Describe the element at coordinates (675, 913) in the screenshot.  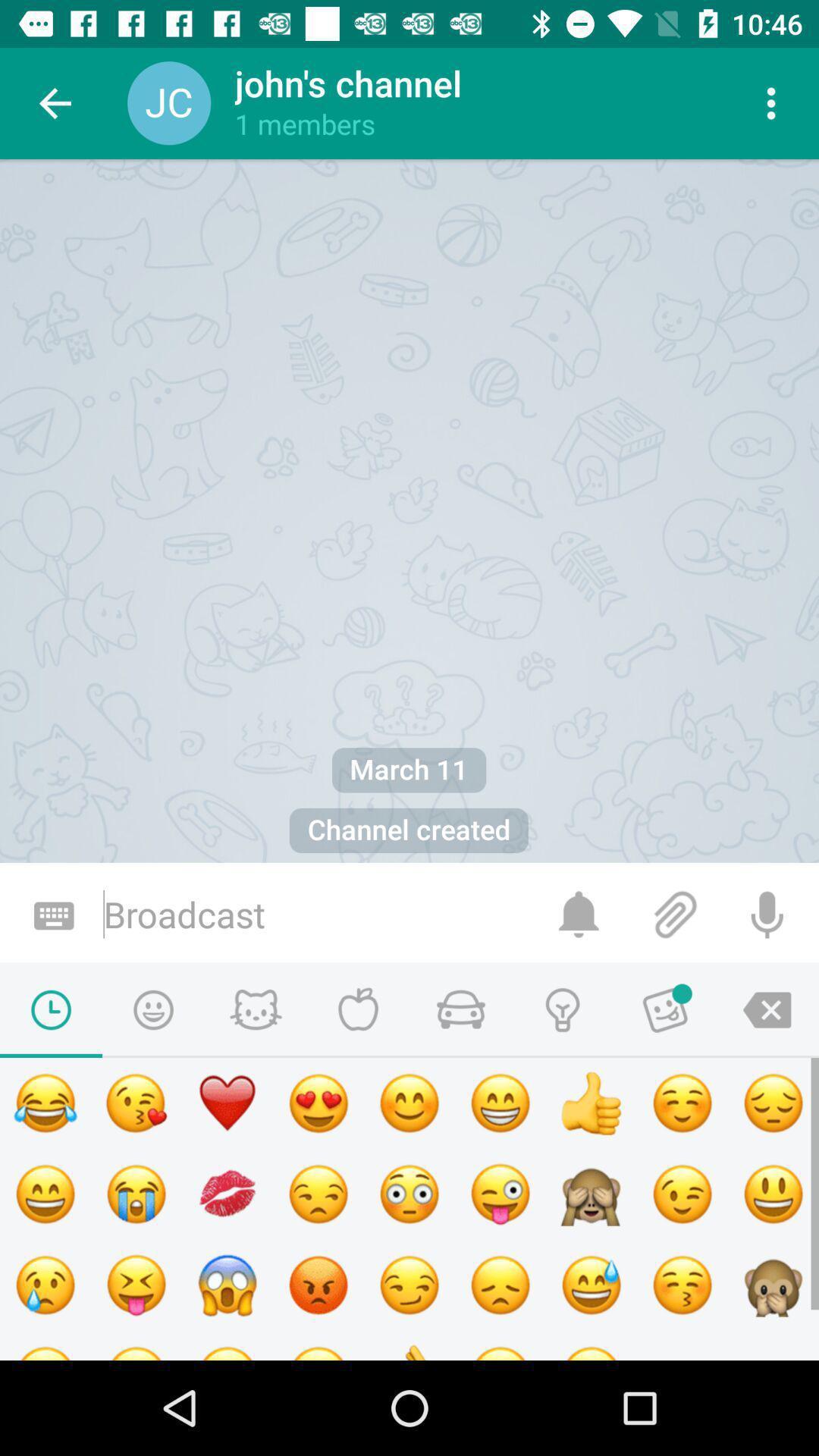
I see `the attach_file icon` at that location.